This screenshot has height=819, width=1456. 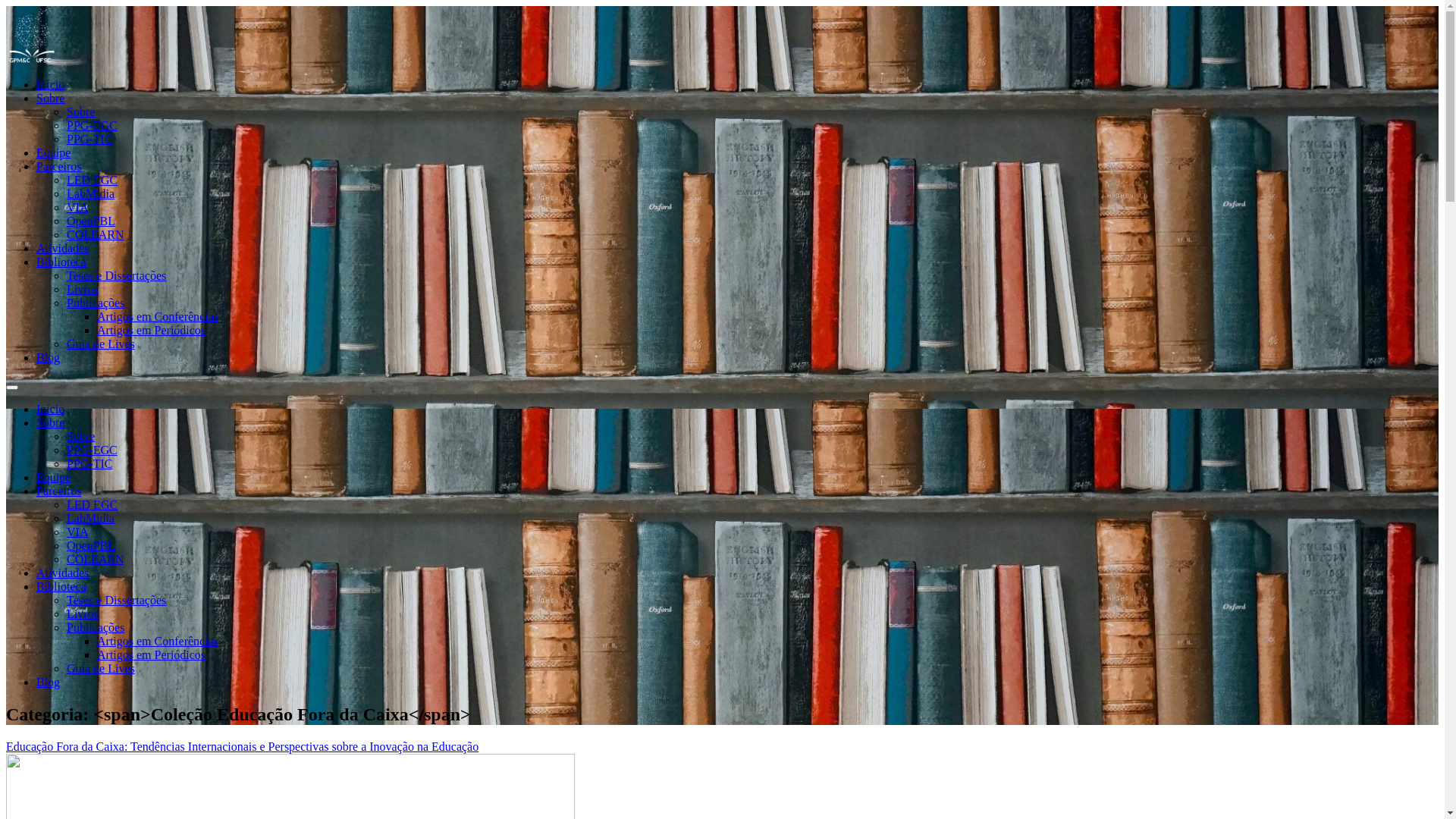 What do you see at coordinates (82, 289) in the screenshot?
I see `'Livros'` at bounding box center [82, 289].